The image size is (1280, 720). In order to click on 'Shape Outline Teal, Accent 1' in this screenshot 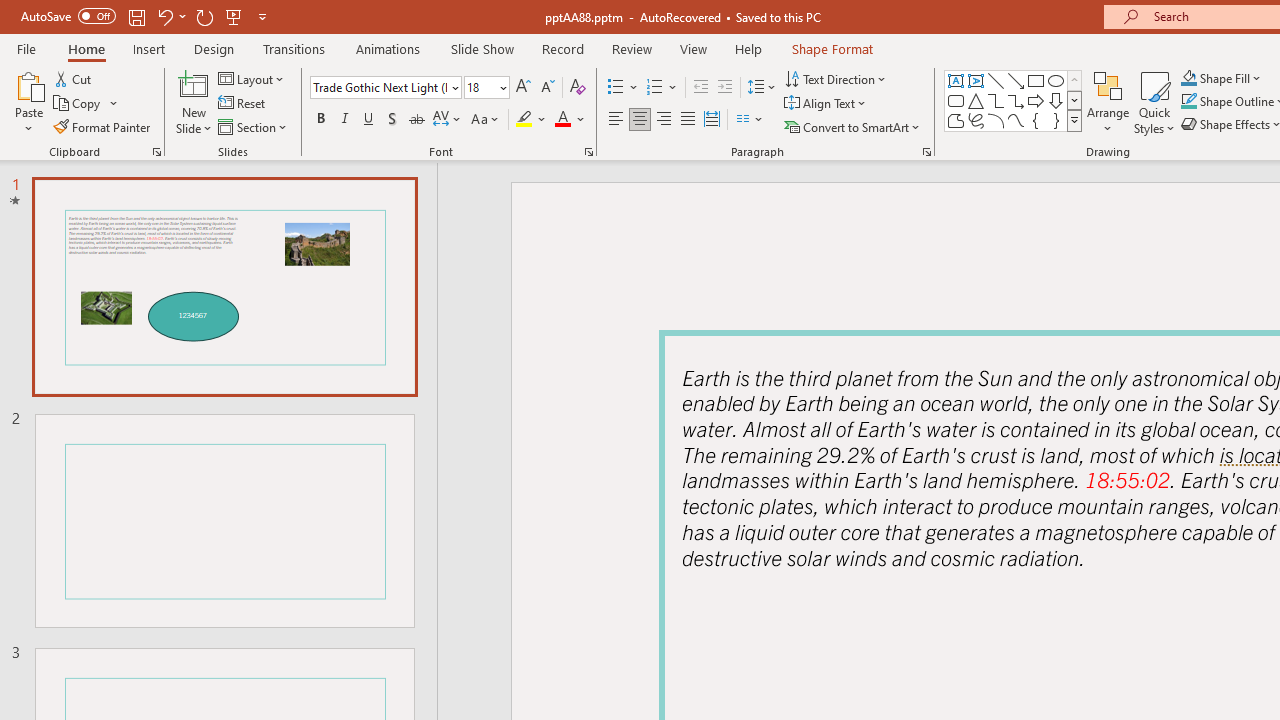, I will do `click(1189, 101)`.